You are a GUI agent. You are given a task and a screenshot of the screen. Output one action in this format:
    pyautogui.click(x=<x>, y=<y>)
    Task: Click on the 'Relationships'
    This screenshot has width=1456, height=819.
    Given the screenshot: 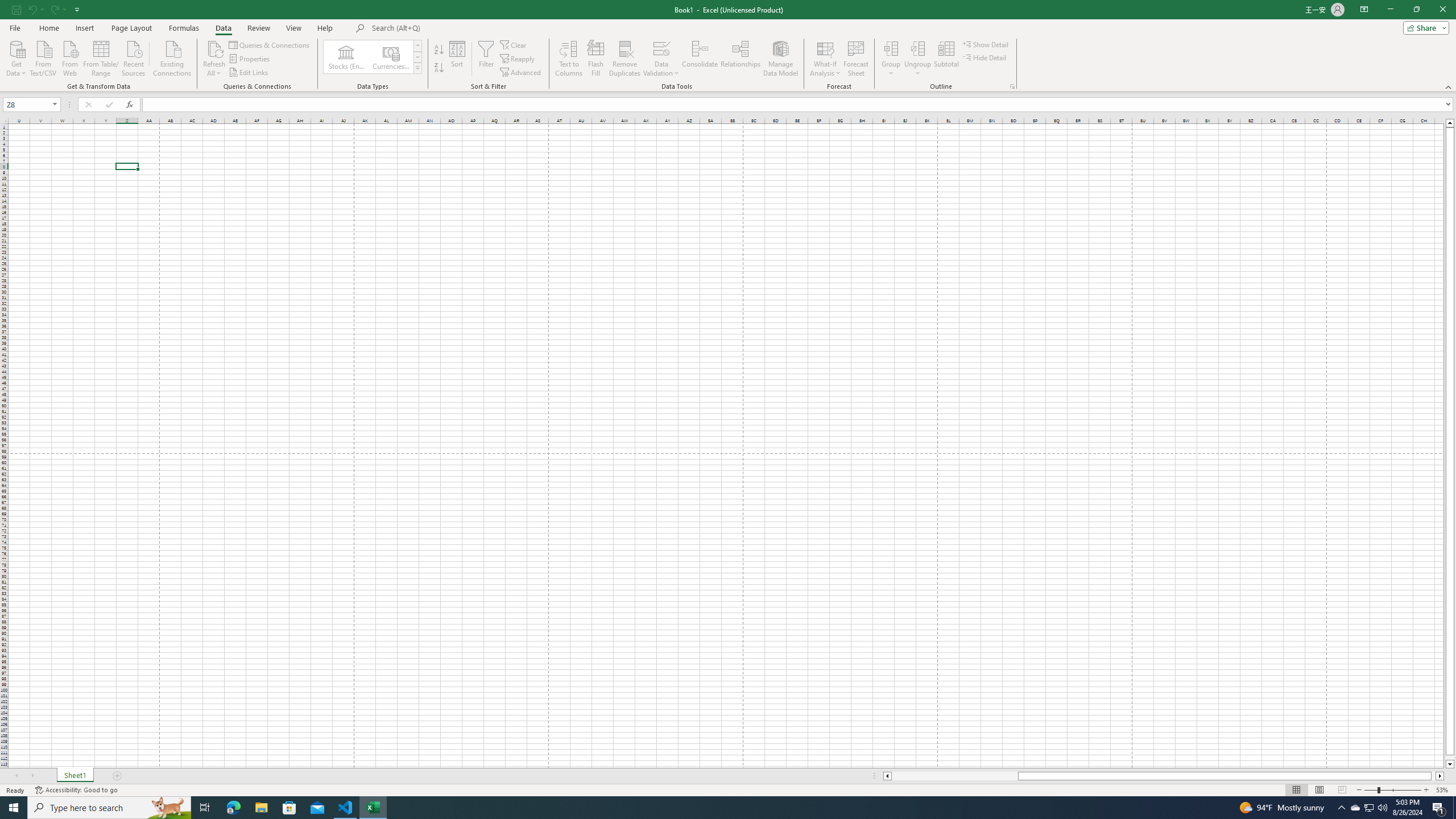 What is the action you would take?
    pyautogui.click(x=739, y=59)
    